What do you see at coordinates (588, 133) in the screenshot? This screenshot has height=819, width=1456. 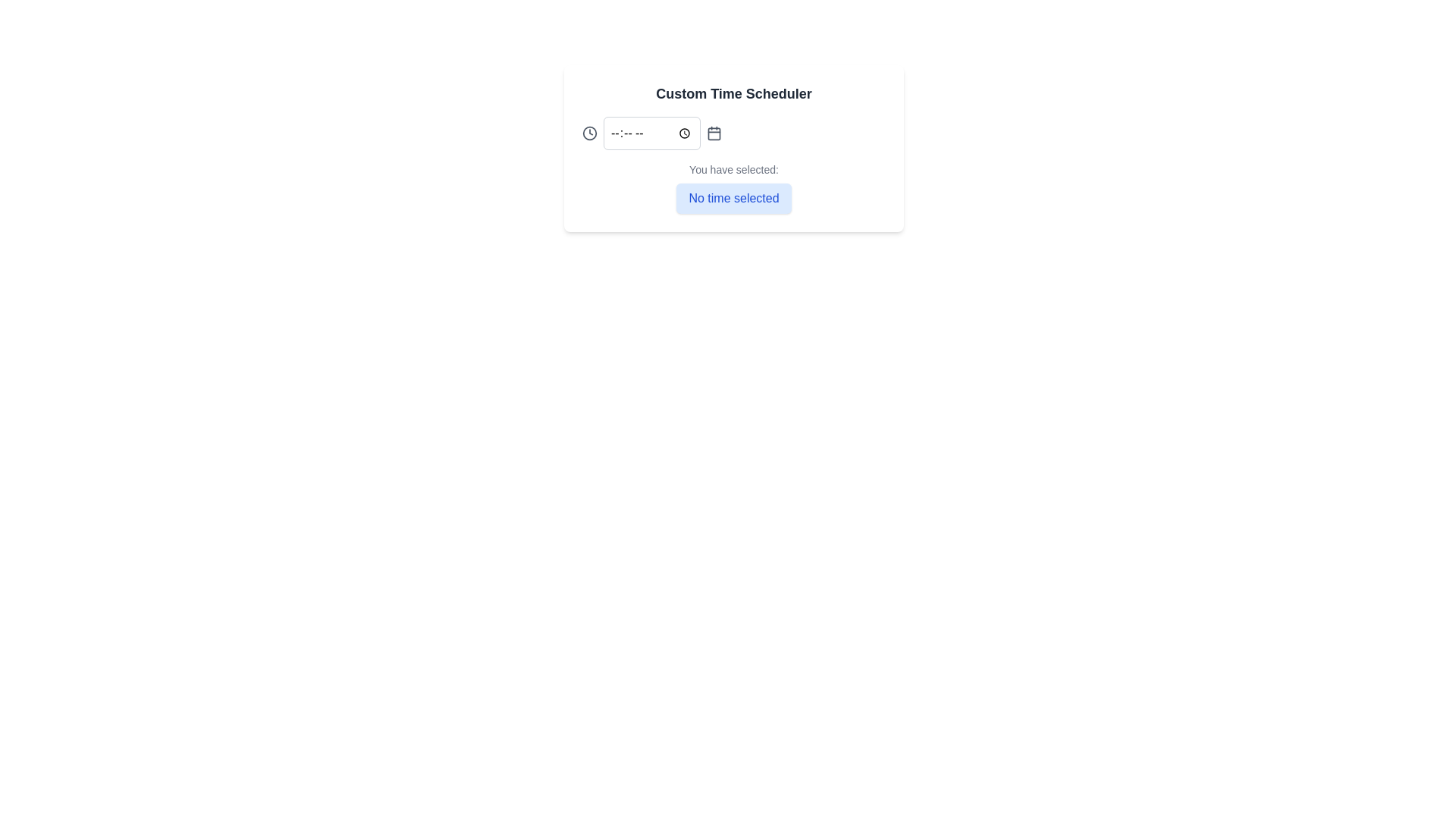 I see `the clock icon located on the left side of the time input field, which serves as an indicator of the time selection functionality` at bounding box center [588, 133].